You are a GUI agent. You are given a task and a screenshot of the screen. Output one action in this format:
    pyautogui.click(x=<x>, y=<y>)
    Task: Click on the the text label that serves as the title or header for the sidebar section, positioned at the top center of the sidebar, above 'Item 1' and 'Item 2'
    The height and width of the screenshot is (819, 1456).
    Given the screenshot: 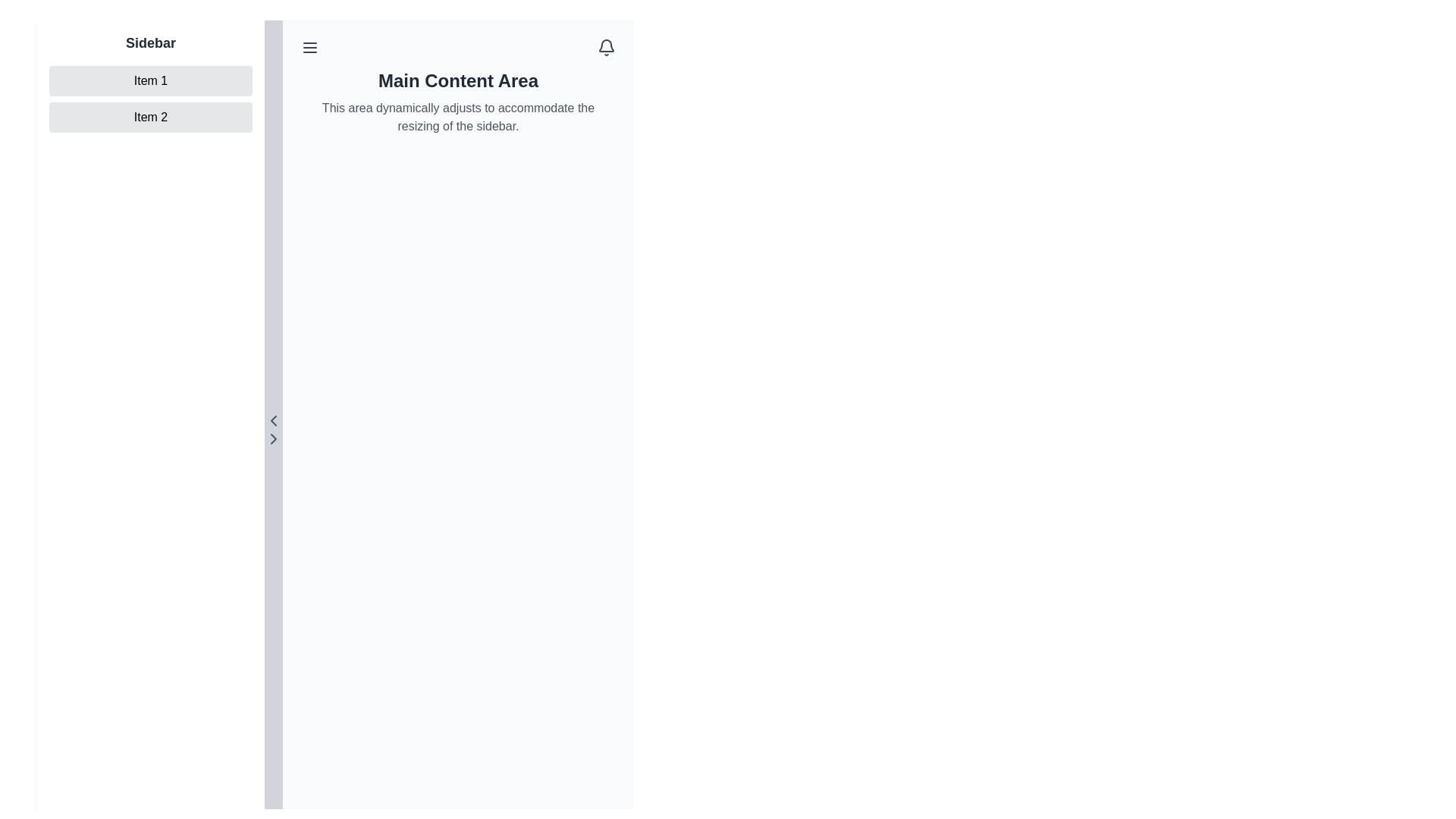 What is the action you would take?
    pyautogui.click(x=150, y=42)
    